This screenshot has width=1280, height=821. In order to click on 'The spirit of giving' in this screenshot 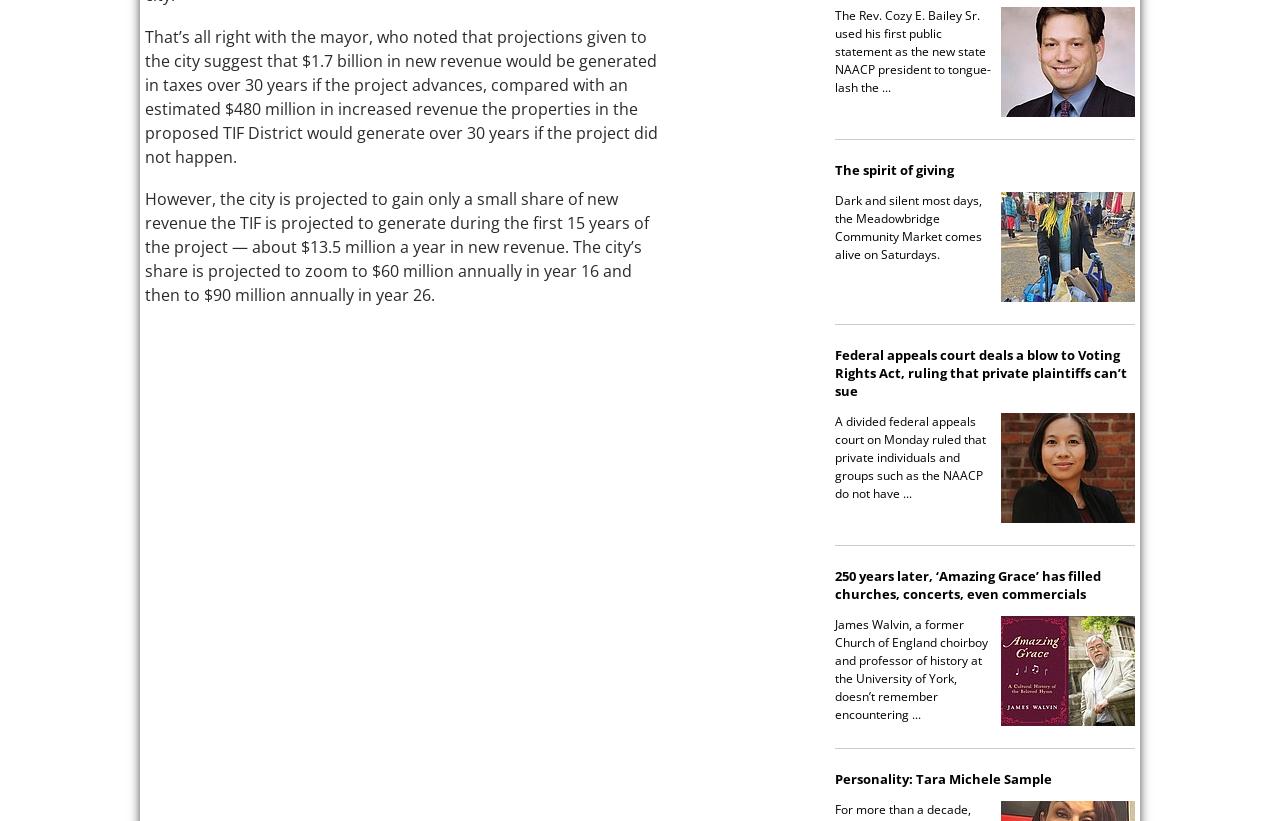, I will do `click(893, 168)`.